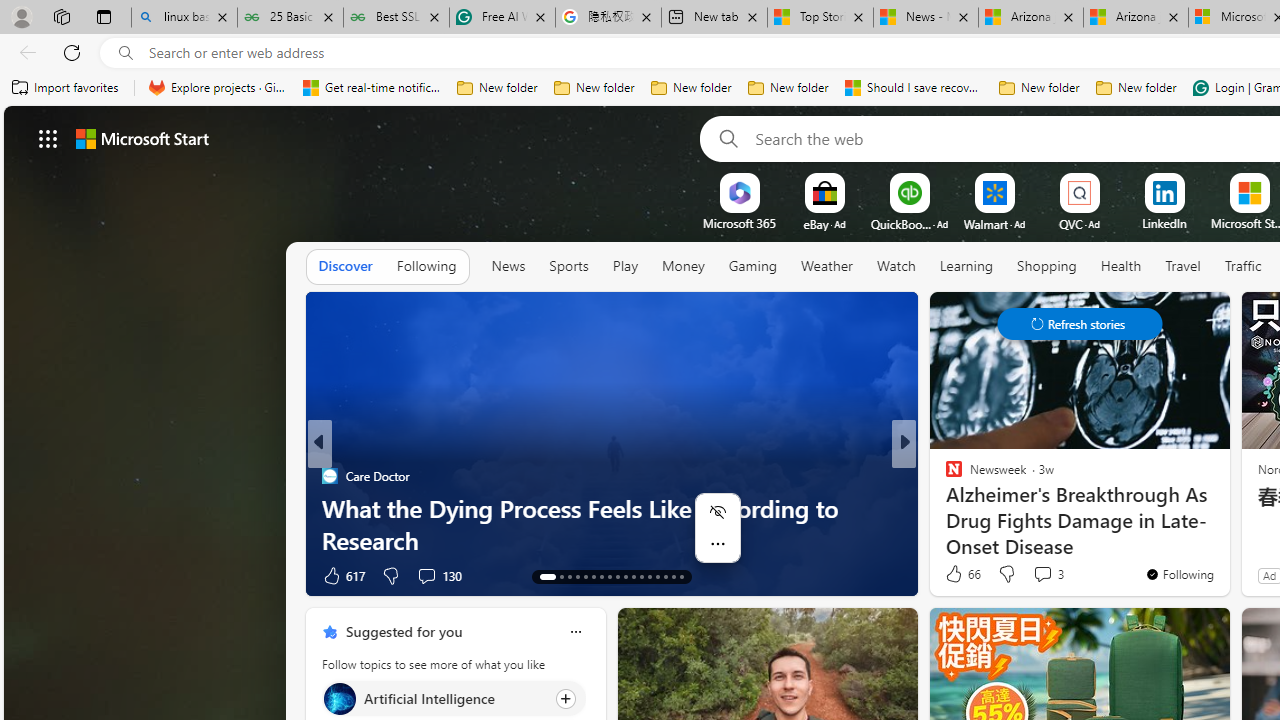 The image size is (1280, 720). I want to click on 'View comments 137 Comment', so click(1036, 575).